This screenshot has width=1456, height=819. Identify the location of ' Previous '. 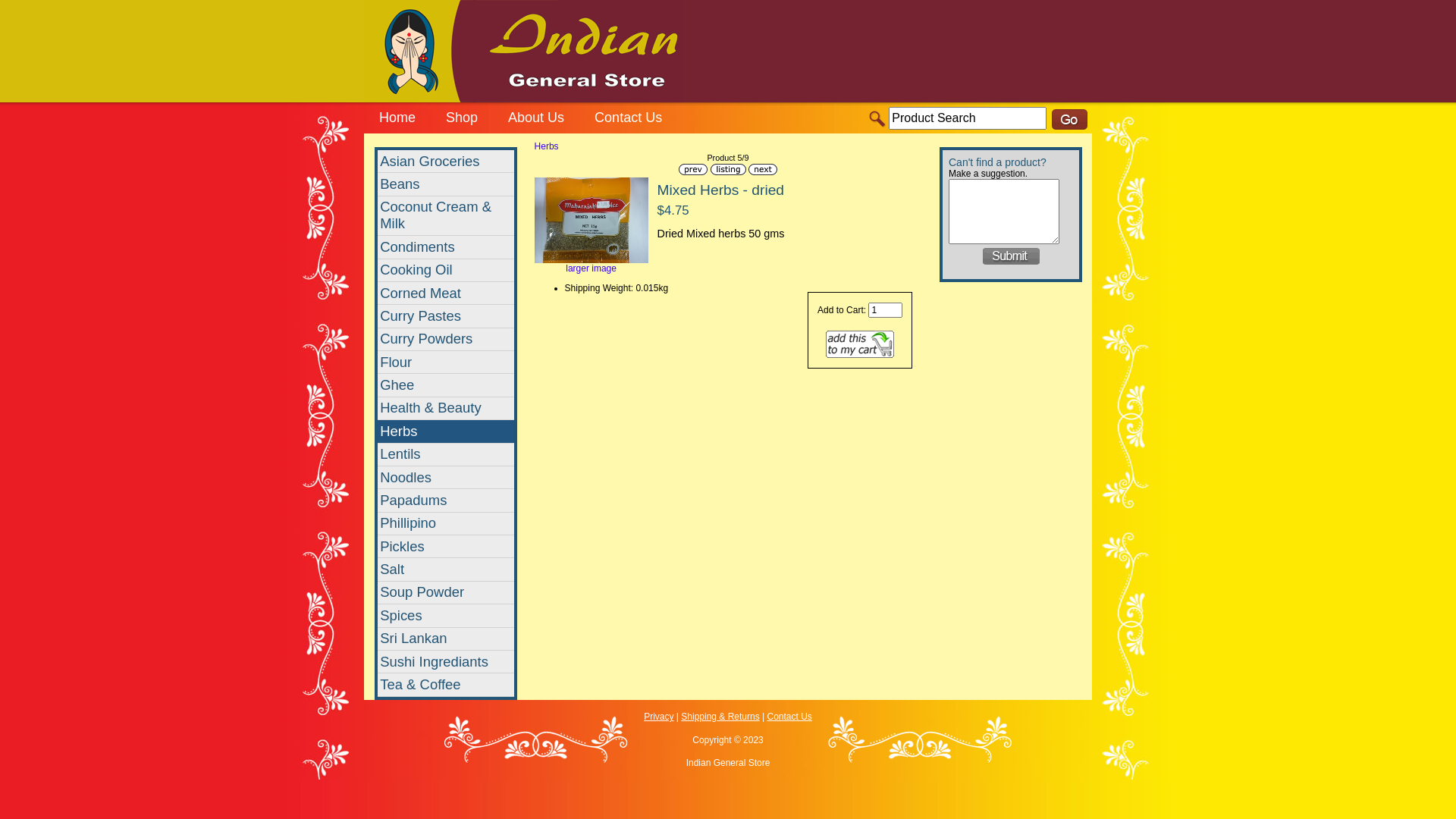
(692, 169).